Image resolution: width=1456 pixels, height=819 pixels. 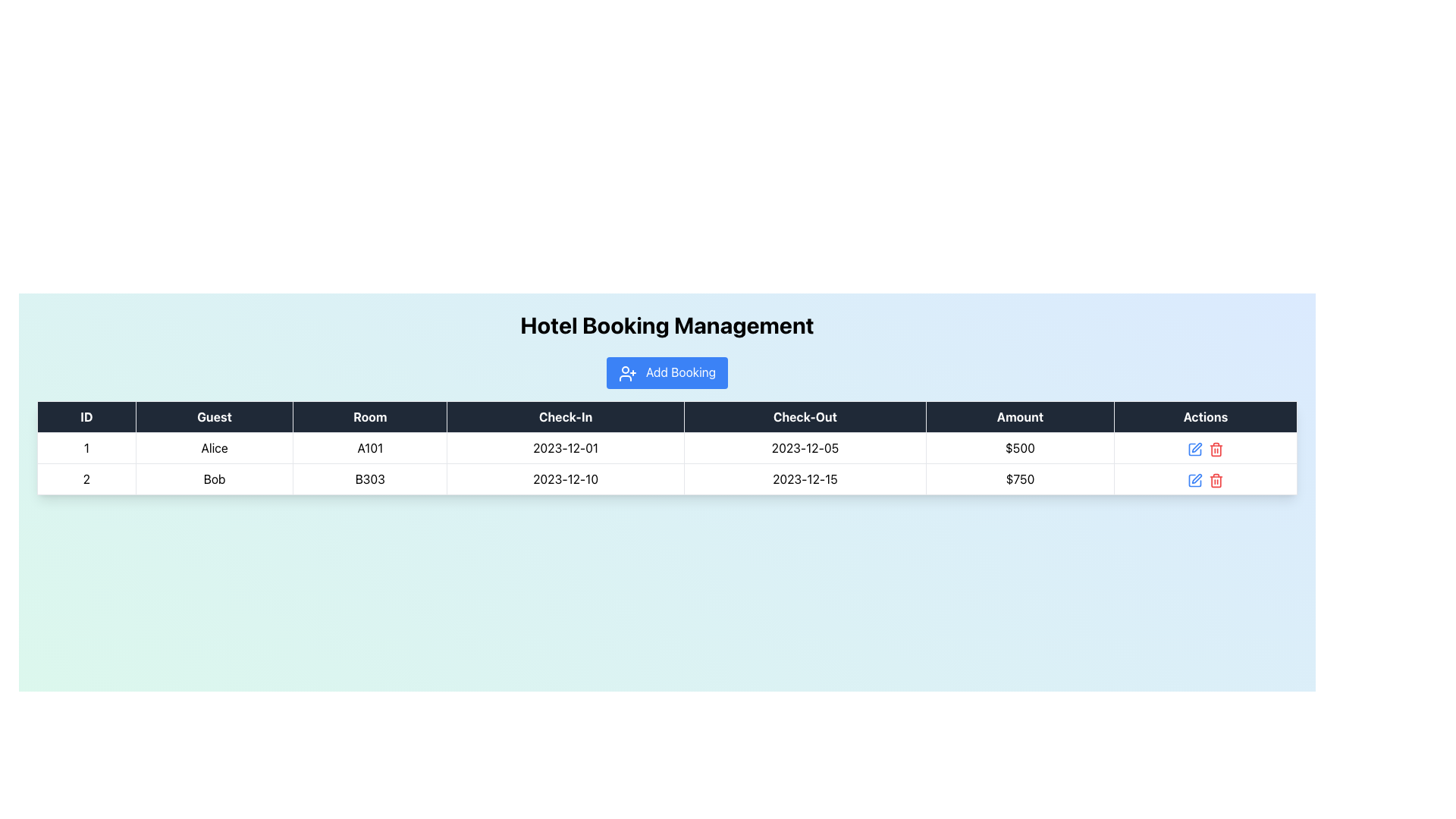 What do you see at coordinates (565, 447) in the screenshot?
I see `the table cell containing the date '2023-12-01' located in the fourth column of the first data row in the 'Check-In' column` at bounding box center [565, 447].